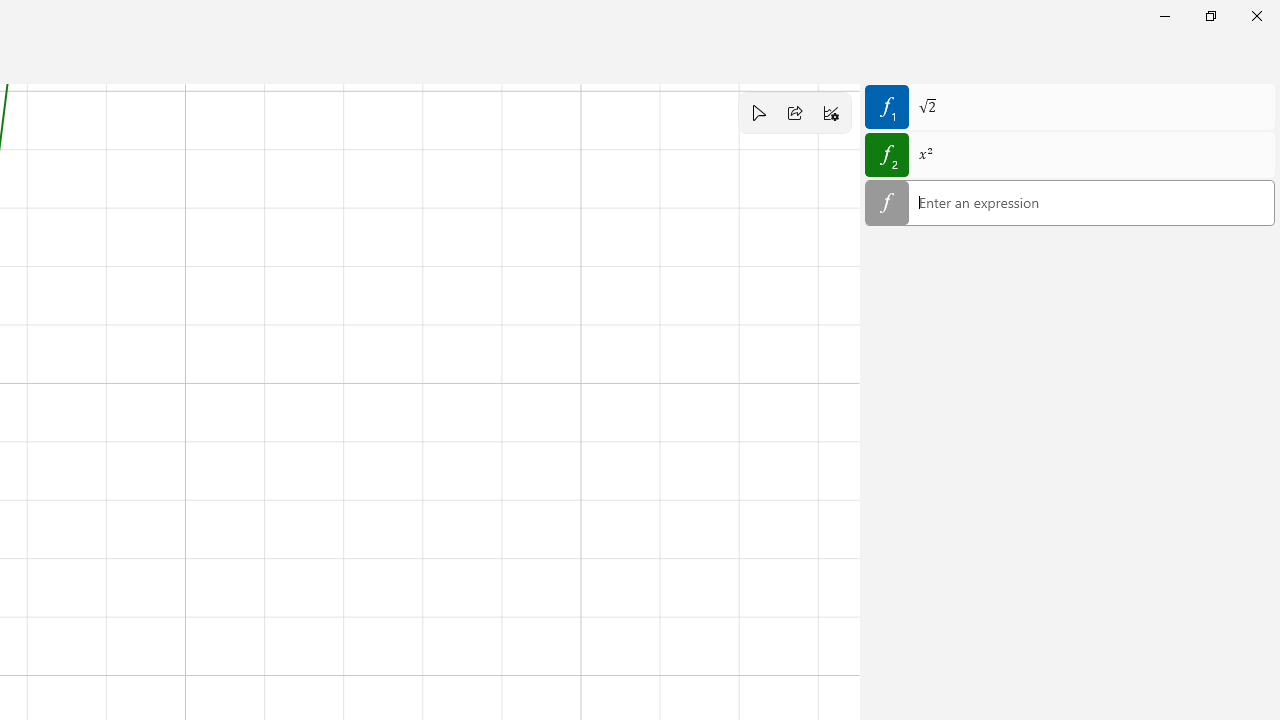 The height and width of the screenshot is (720, 1280). Describe the element at coordinates (886, 202) in the screenshot. I see `'Hide equation 3'` at that location.